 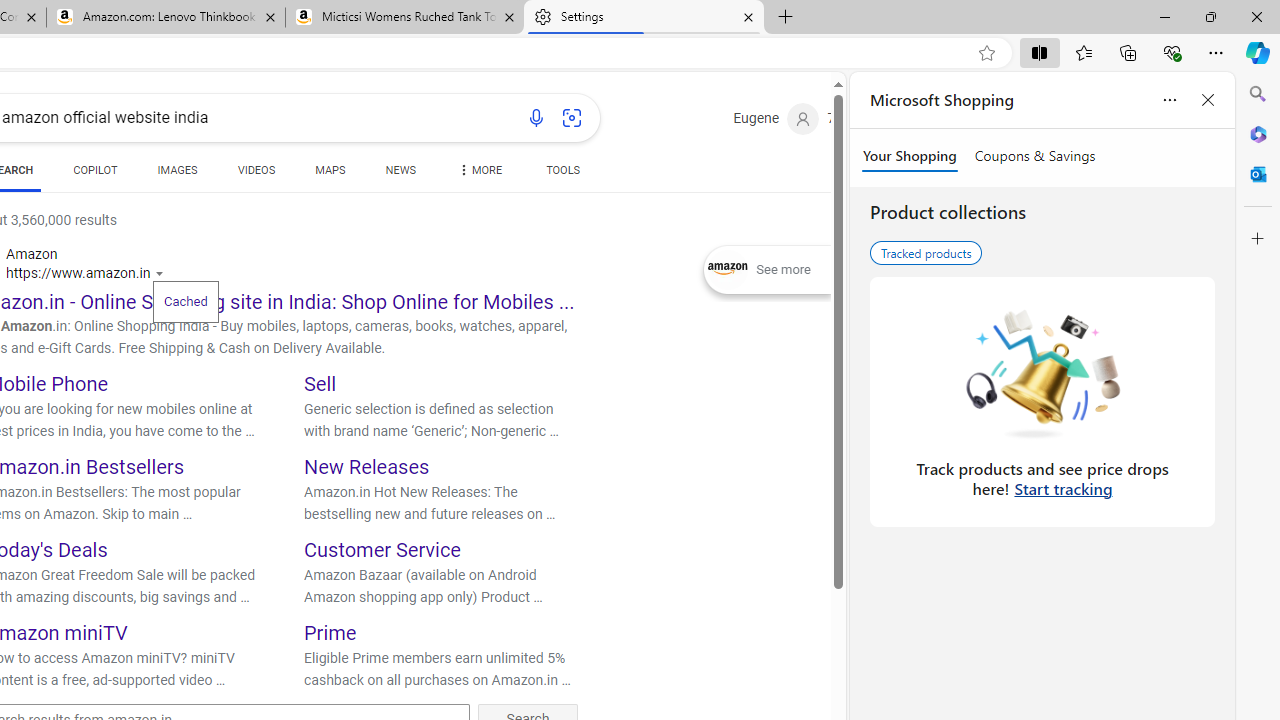 I want to click on 'COPILOT', so click(x=94, y=172).